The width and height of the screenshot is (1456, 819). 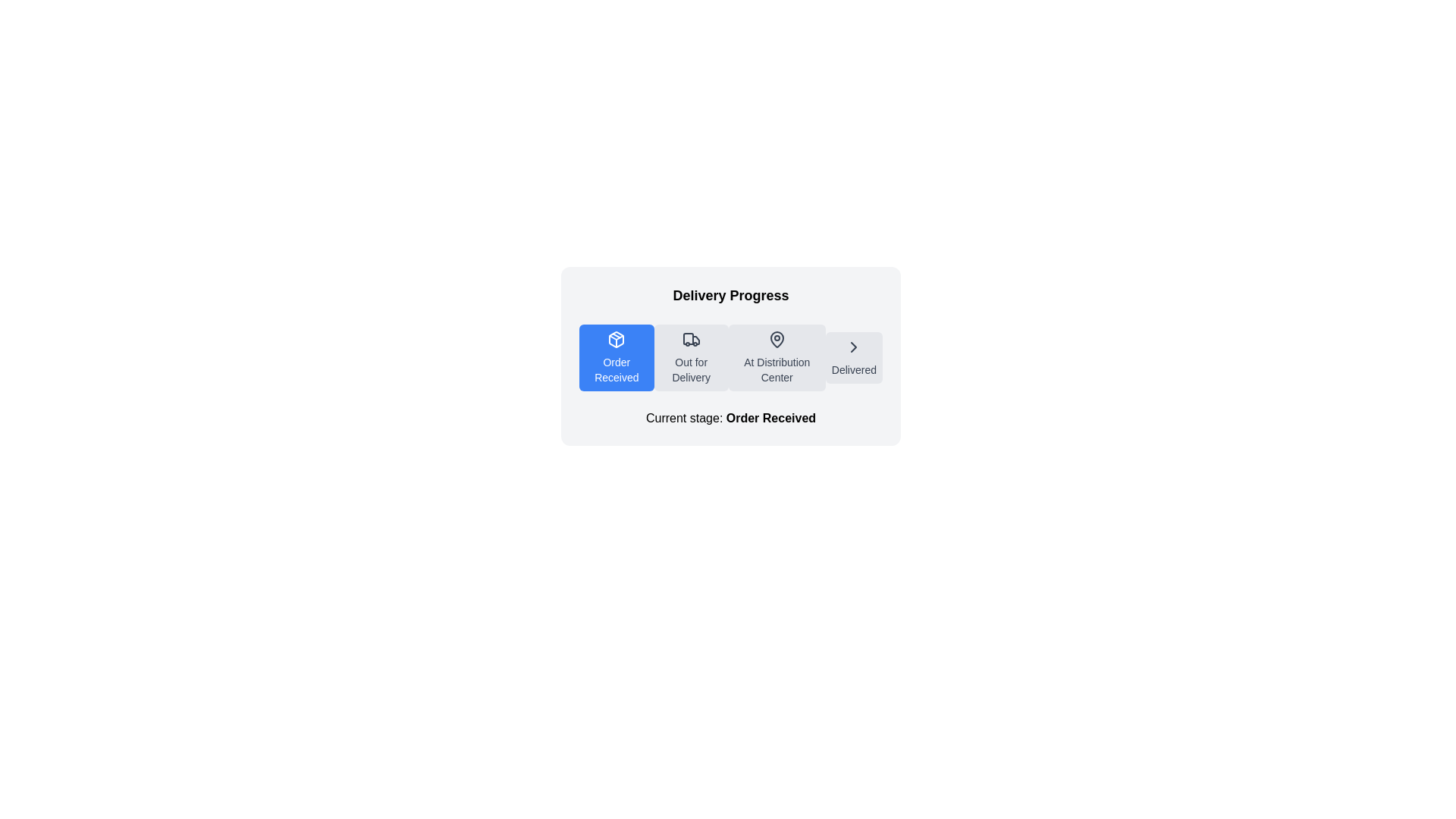 I want to click on the vector graphic icon representing a map pin located in the 'At Distribution Center' section of the delivery progress bar, so click(x=777, y=338).